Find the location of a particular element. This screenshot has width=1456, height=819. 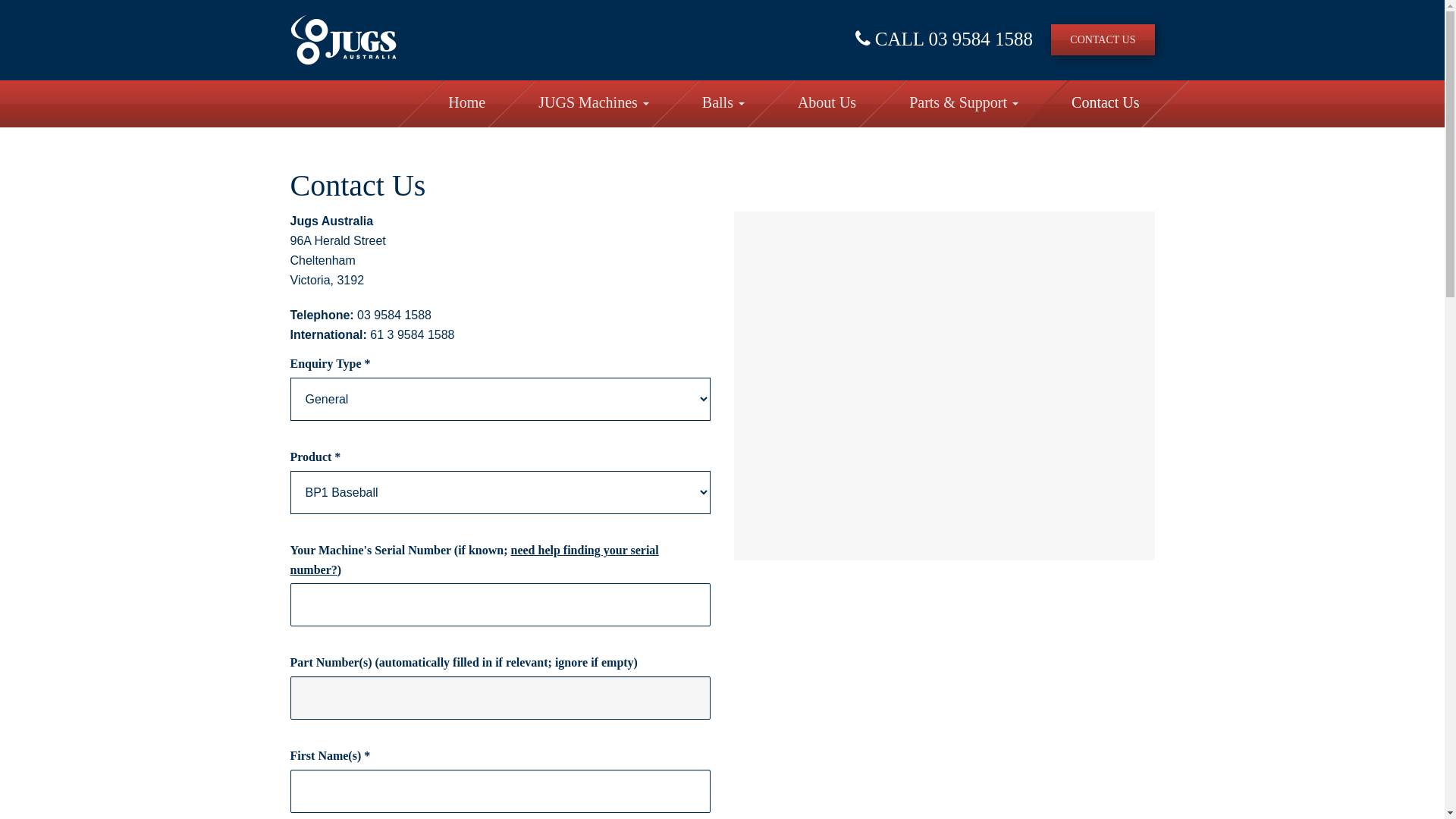

'need help finding your serial number?' is located at coordinates (472, 560).